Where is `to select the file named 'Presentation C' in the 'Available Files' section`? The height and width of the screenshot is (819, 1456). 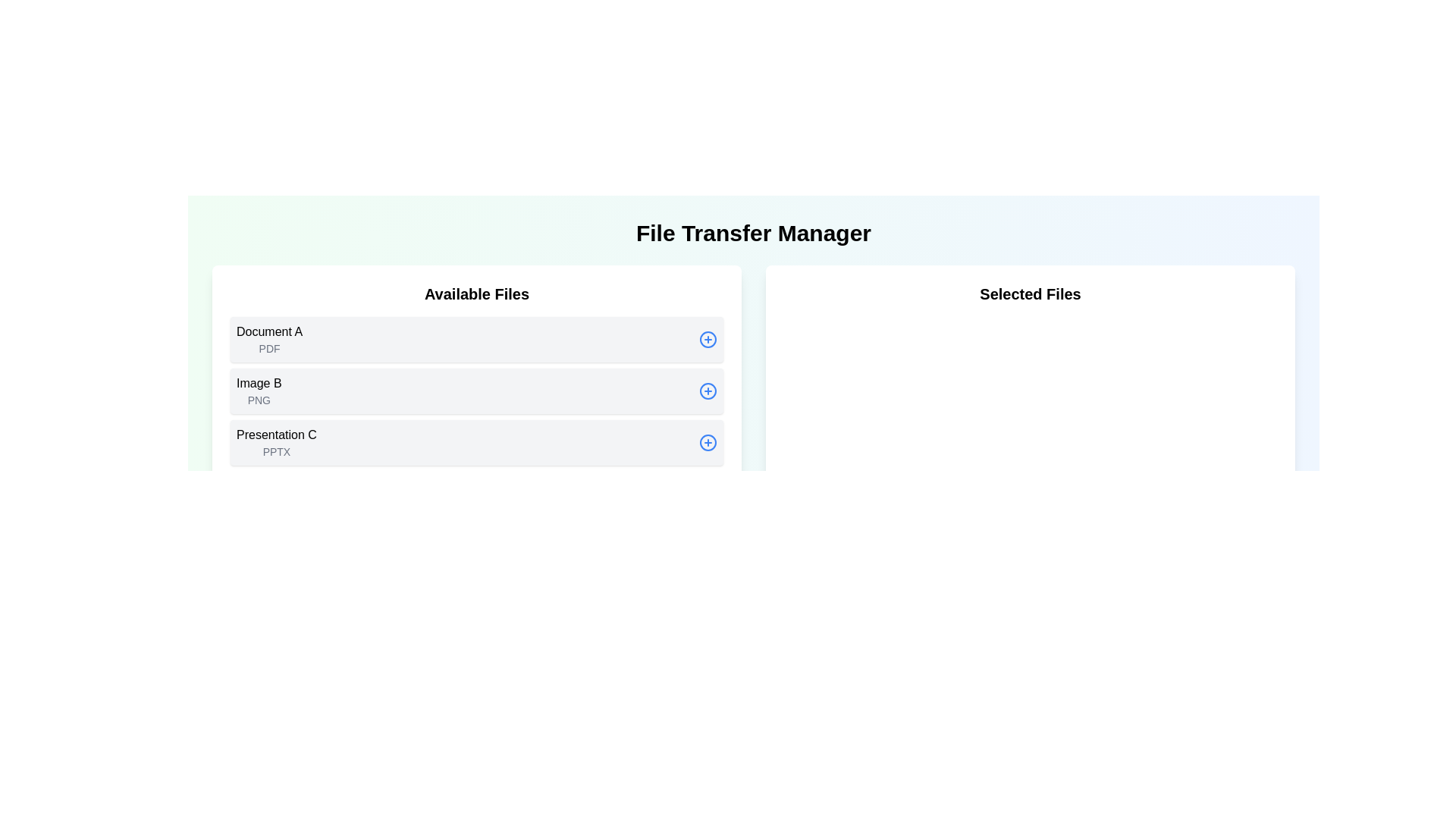
to select the file named 'Presentation C' in the 'Available Files' section is located at coordinates (475, 442).